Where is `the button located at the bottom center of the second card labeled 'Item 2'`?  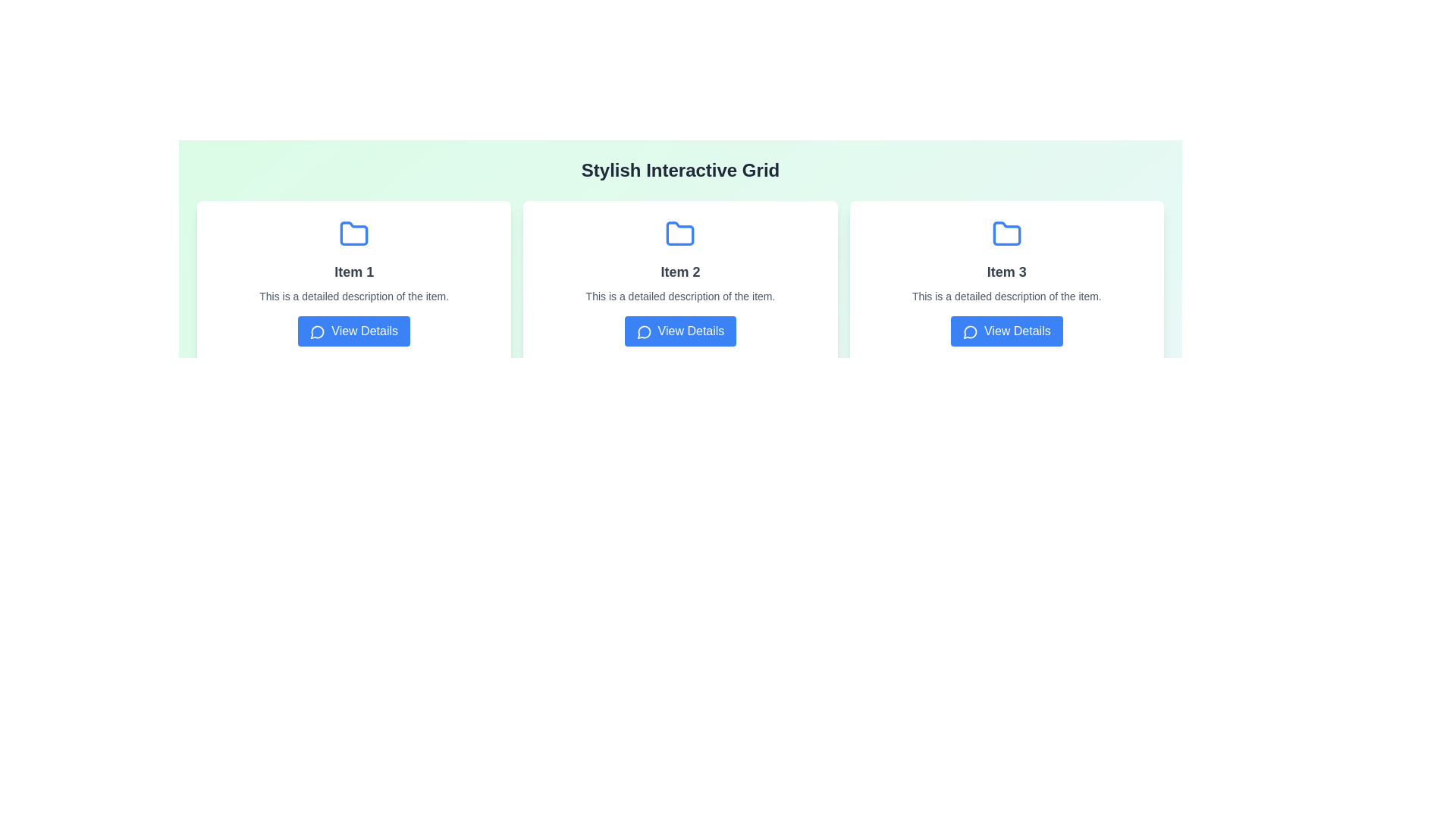 the button located at the bottom center of the second card labeled 'Item 2' is located at coordinates (679, 330).